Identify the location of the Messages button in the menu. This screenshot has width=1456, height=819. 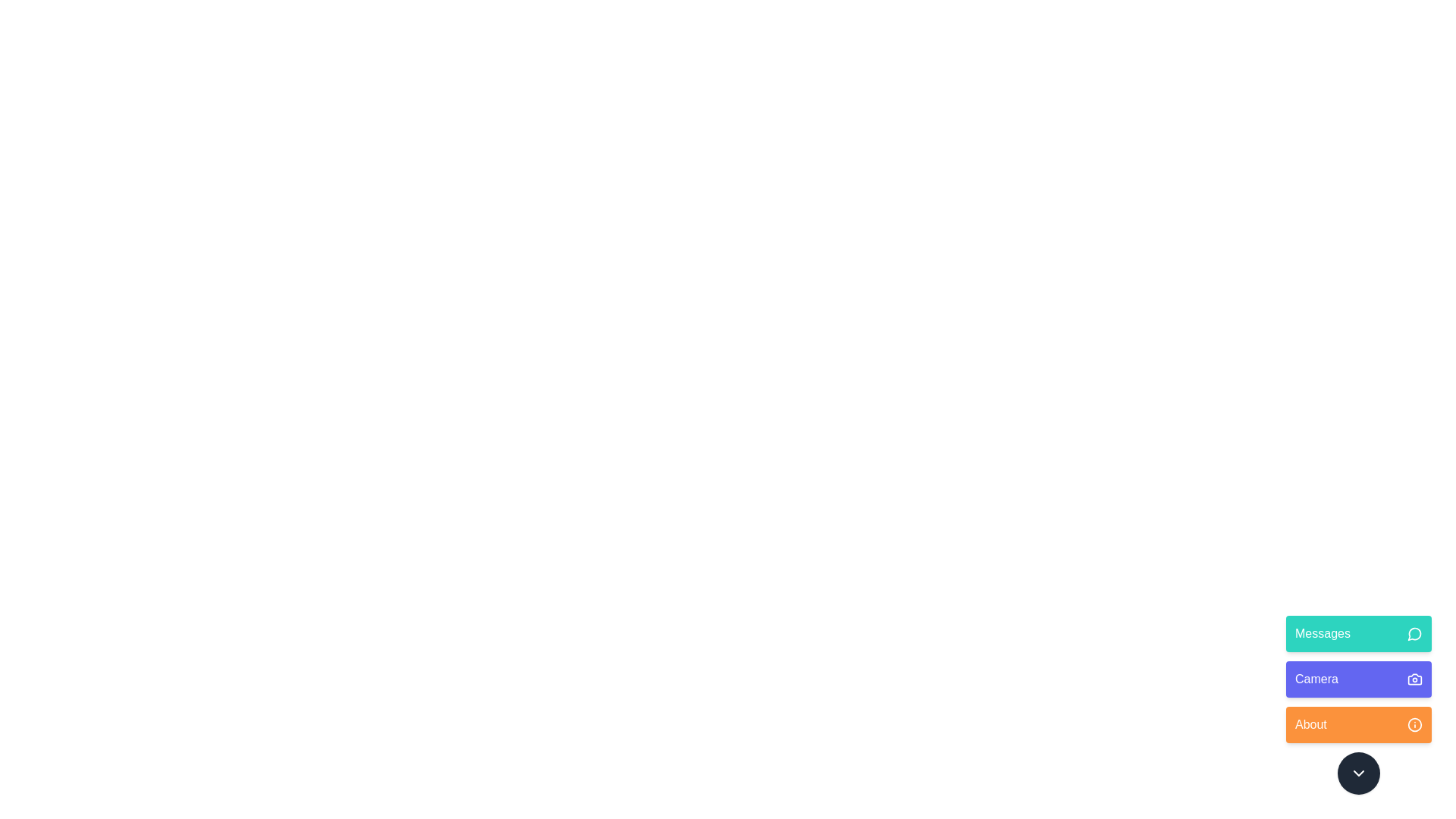
(1358, 634).